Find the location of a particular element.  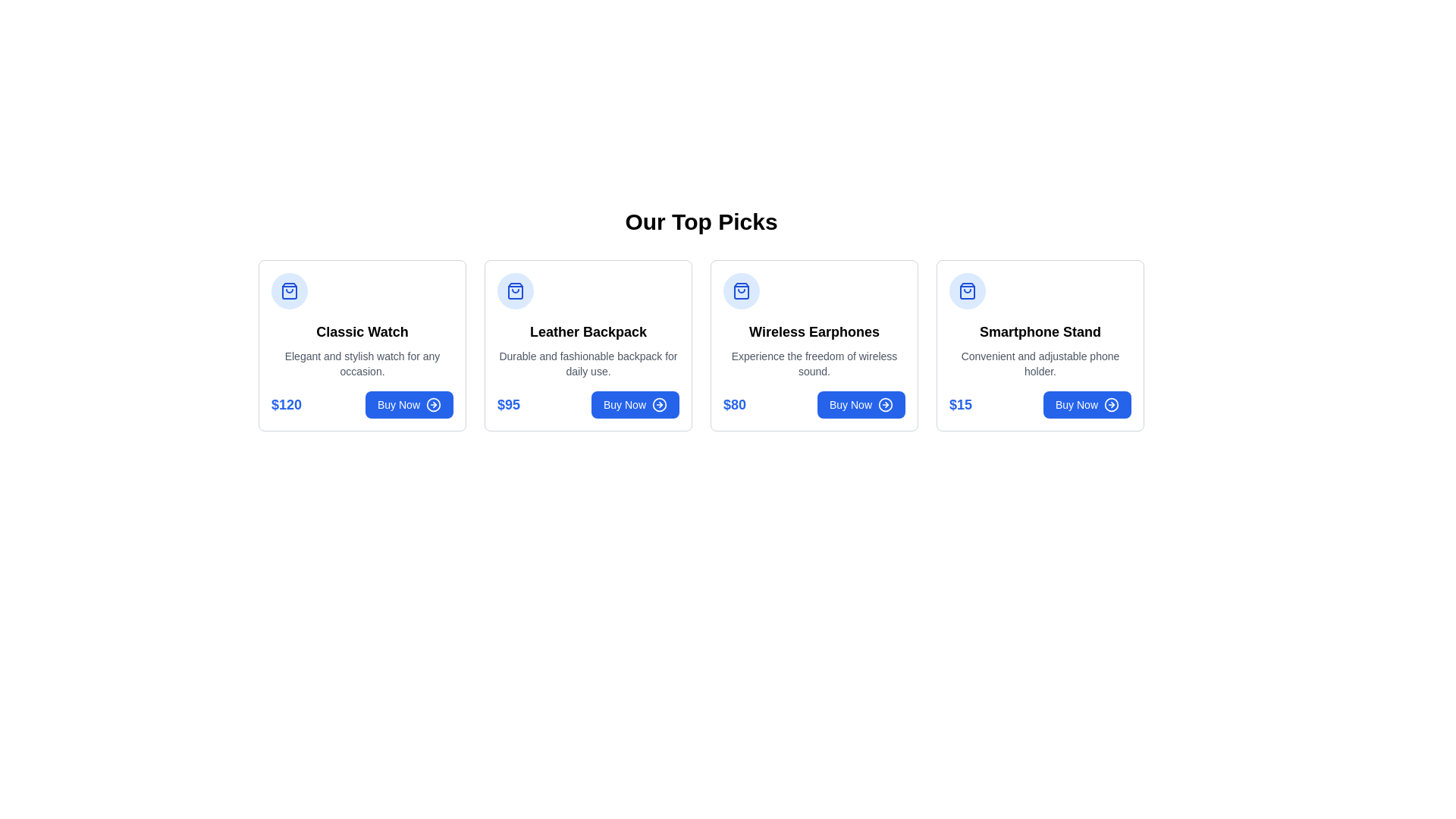

the right-pointing arrow icon within the circular border on the 'Buy Now' button of the 'Leather Backpack' card, which is the second card in the layout is located at coordinates (659, 403).